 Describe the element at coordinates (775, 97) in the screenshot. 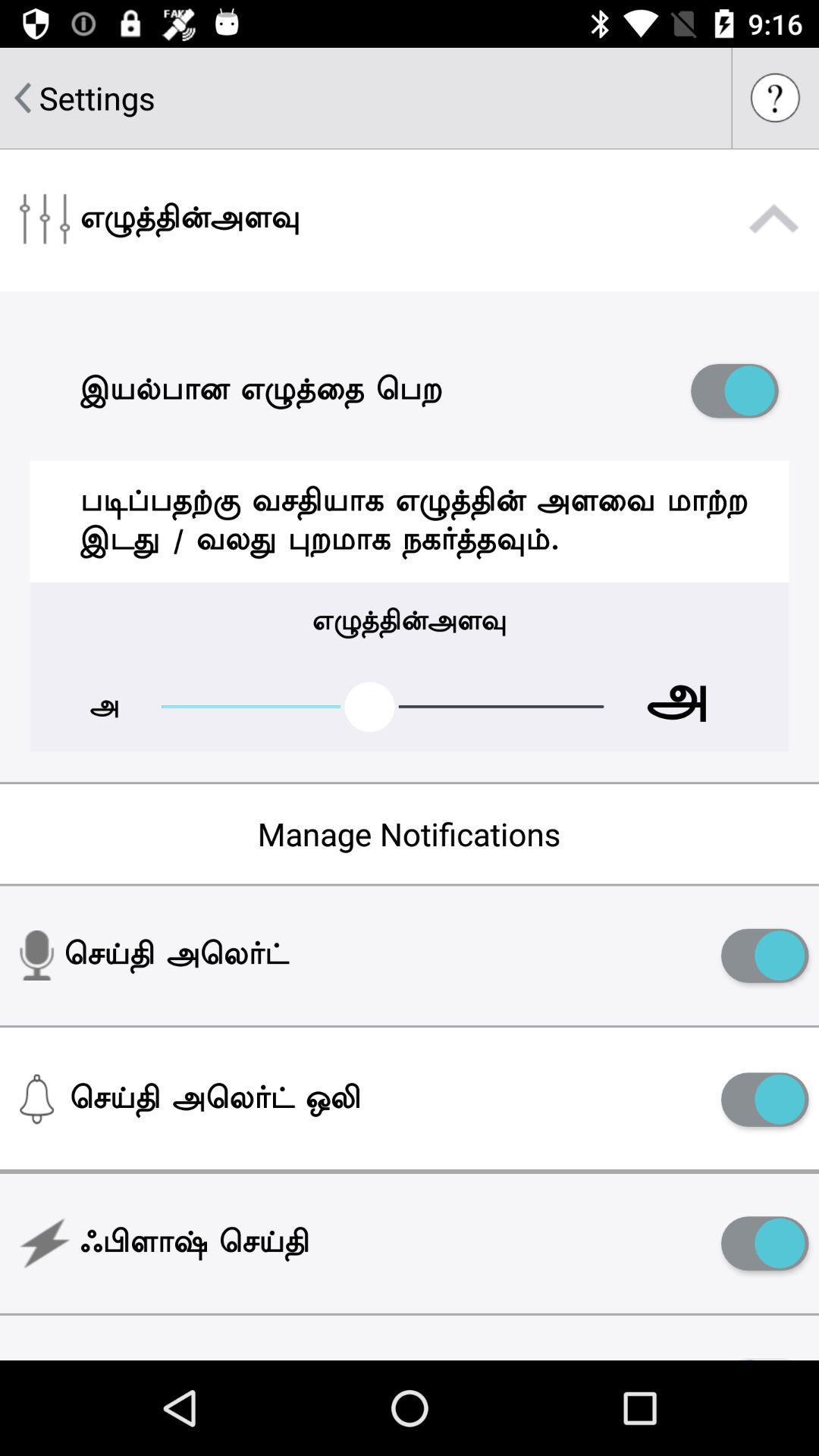

I see `open help interface` at that location.